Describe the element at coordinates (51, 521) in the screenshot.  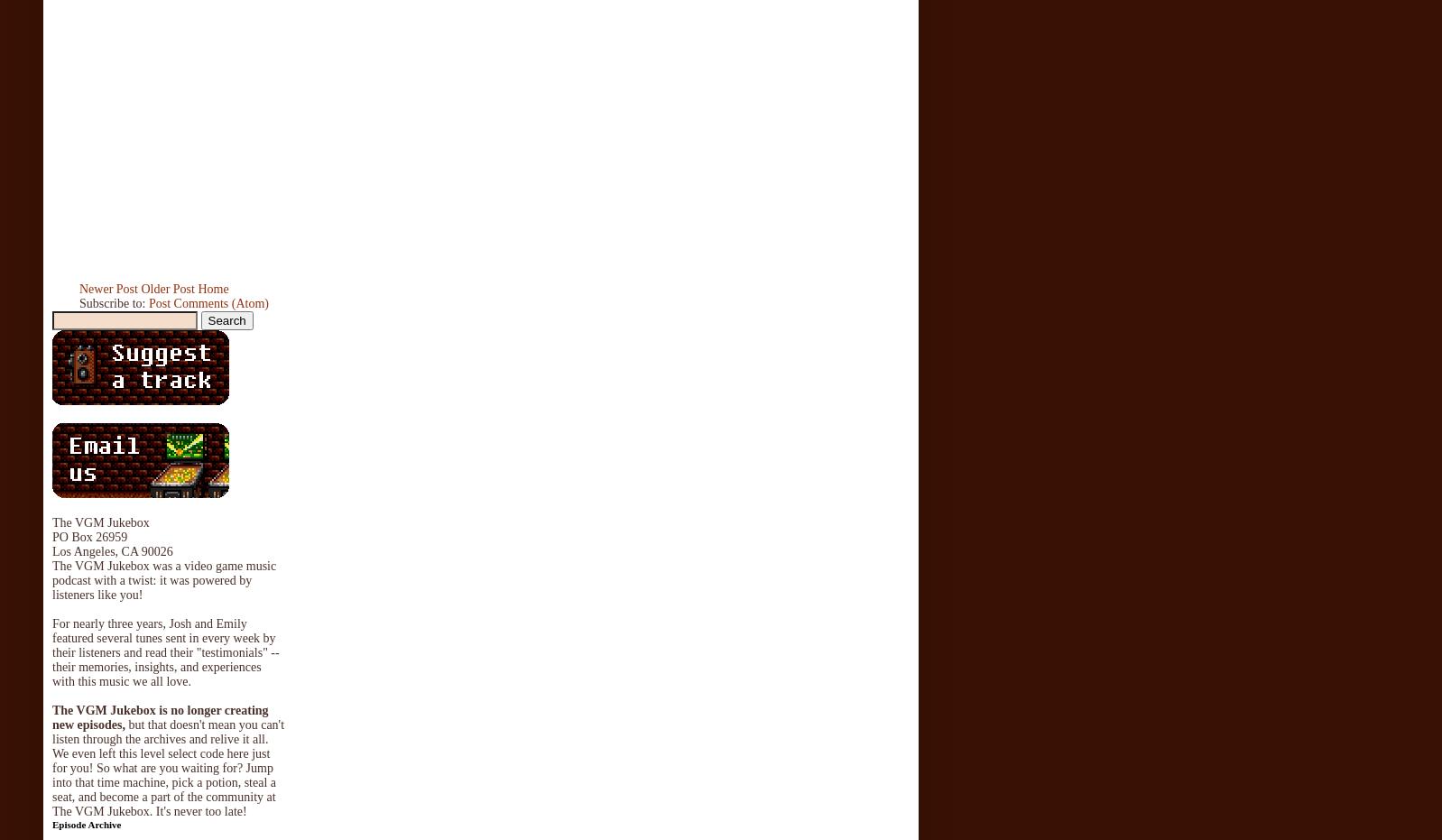
I see `'The VGM Jukebox'` at that location.